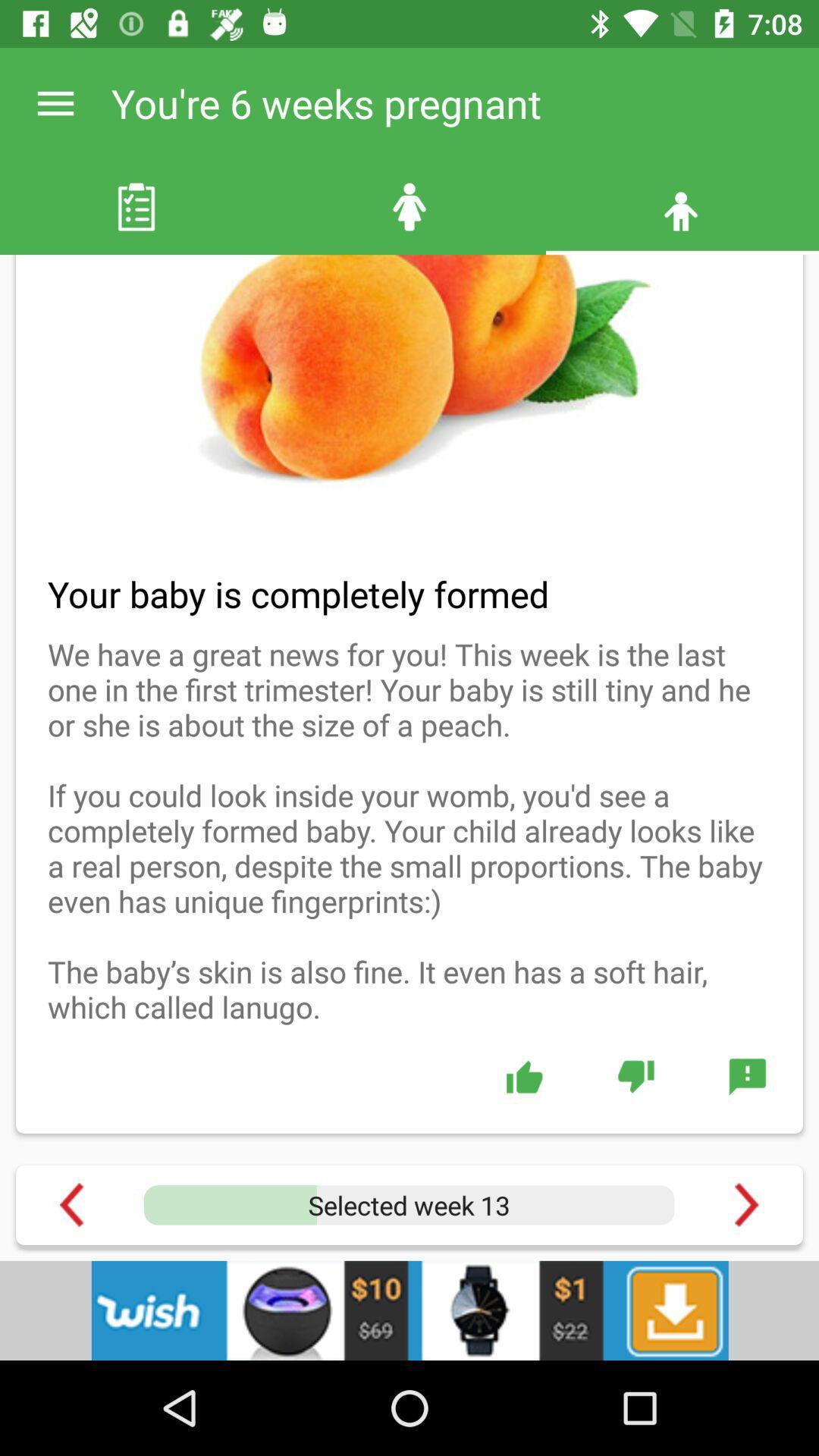 Image resolution: width=819 pixels, height=1456 pixels. I want to click on dislike page, so click(635, 1075).